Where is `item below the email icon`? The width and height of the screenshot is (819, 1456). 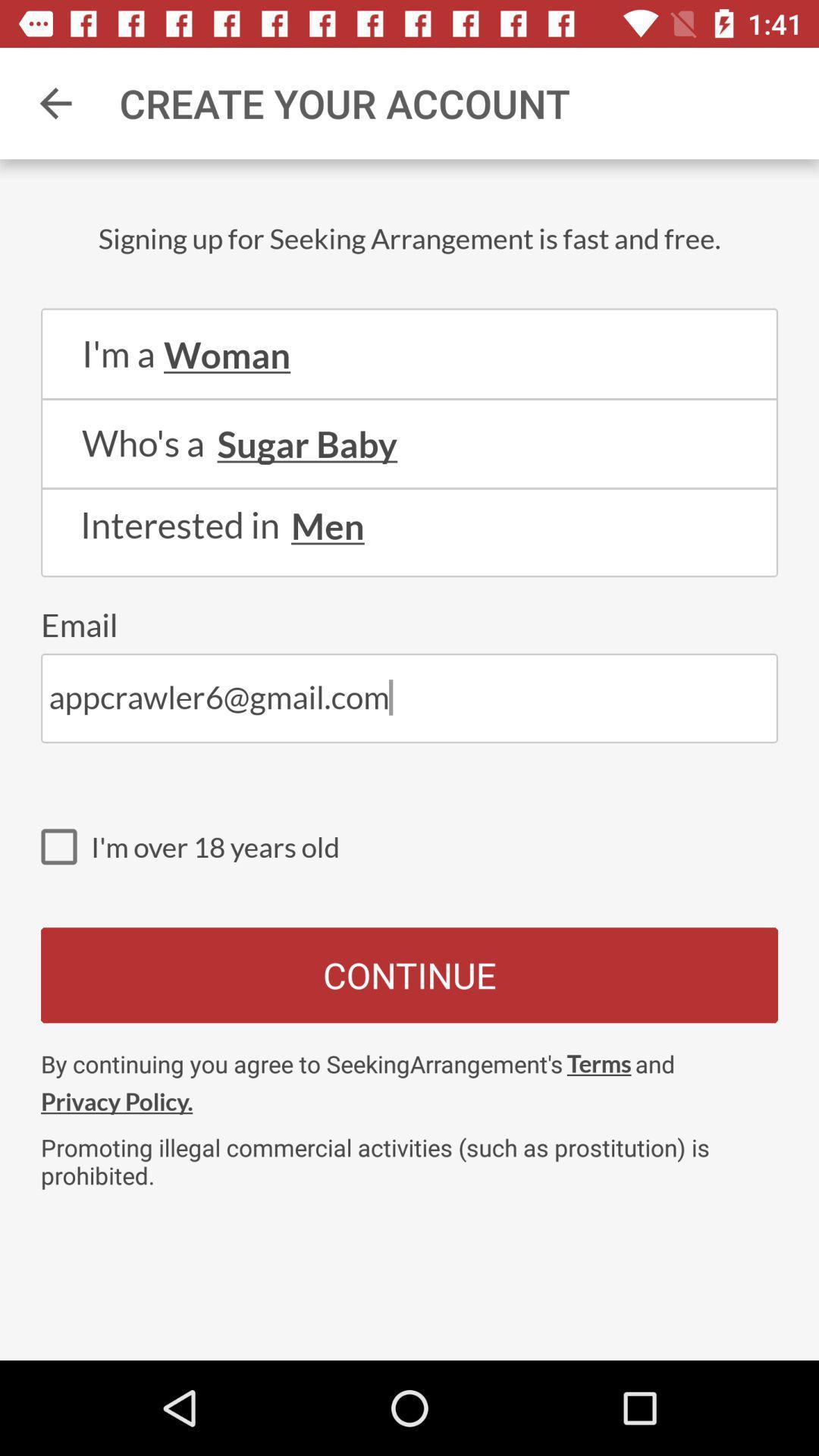
item below the email icon is located at coordinates (409, 698).